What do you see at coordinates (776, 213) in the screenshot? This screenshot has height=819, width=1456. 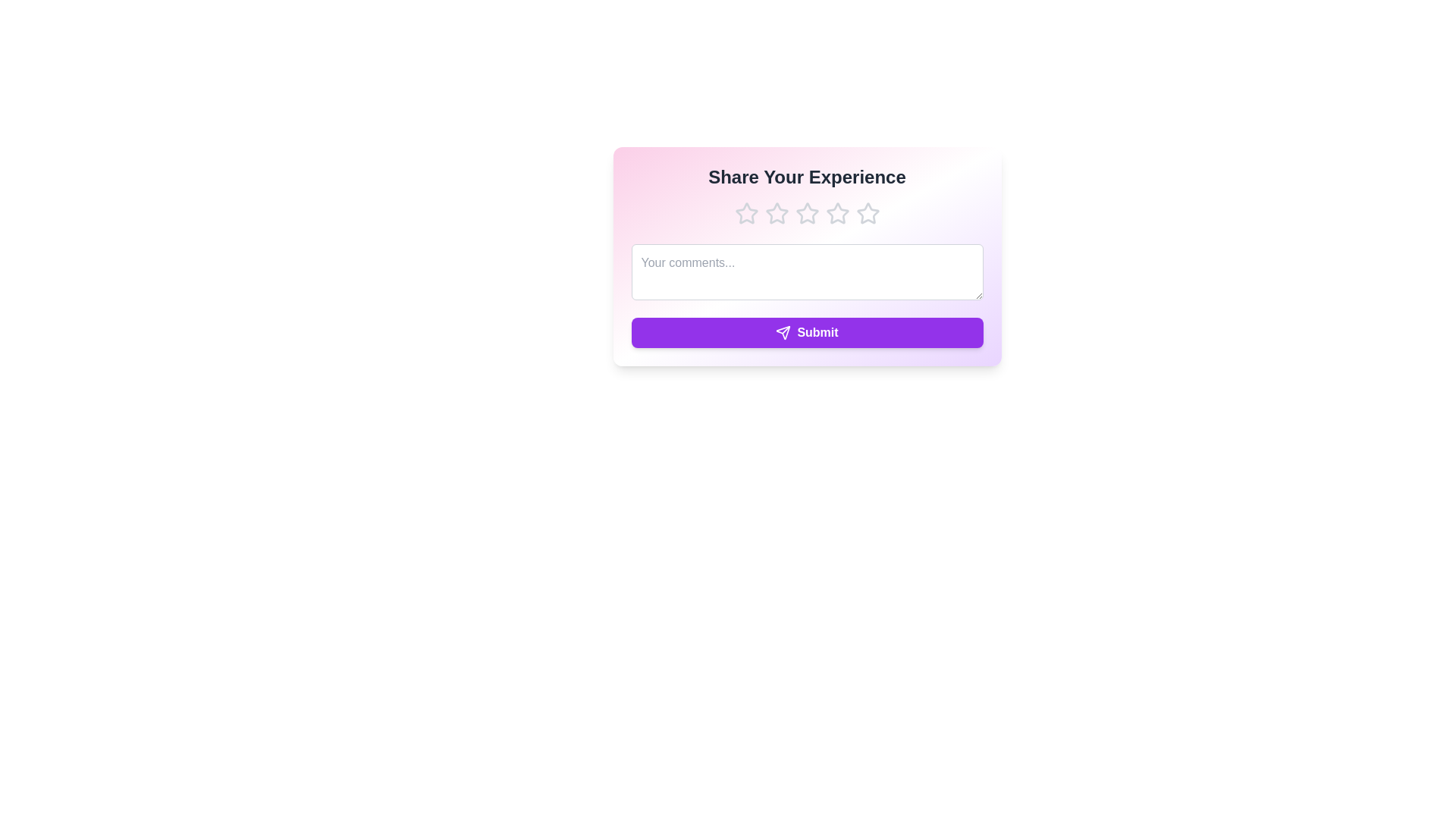 I see `the second star icon in the 5-star rating system located near the top-center of the card titled 'Share Your Experience'` at bounding box center [776, 213].